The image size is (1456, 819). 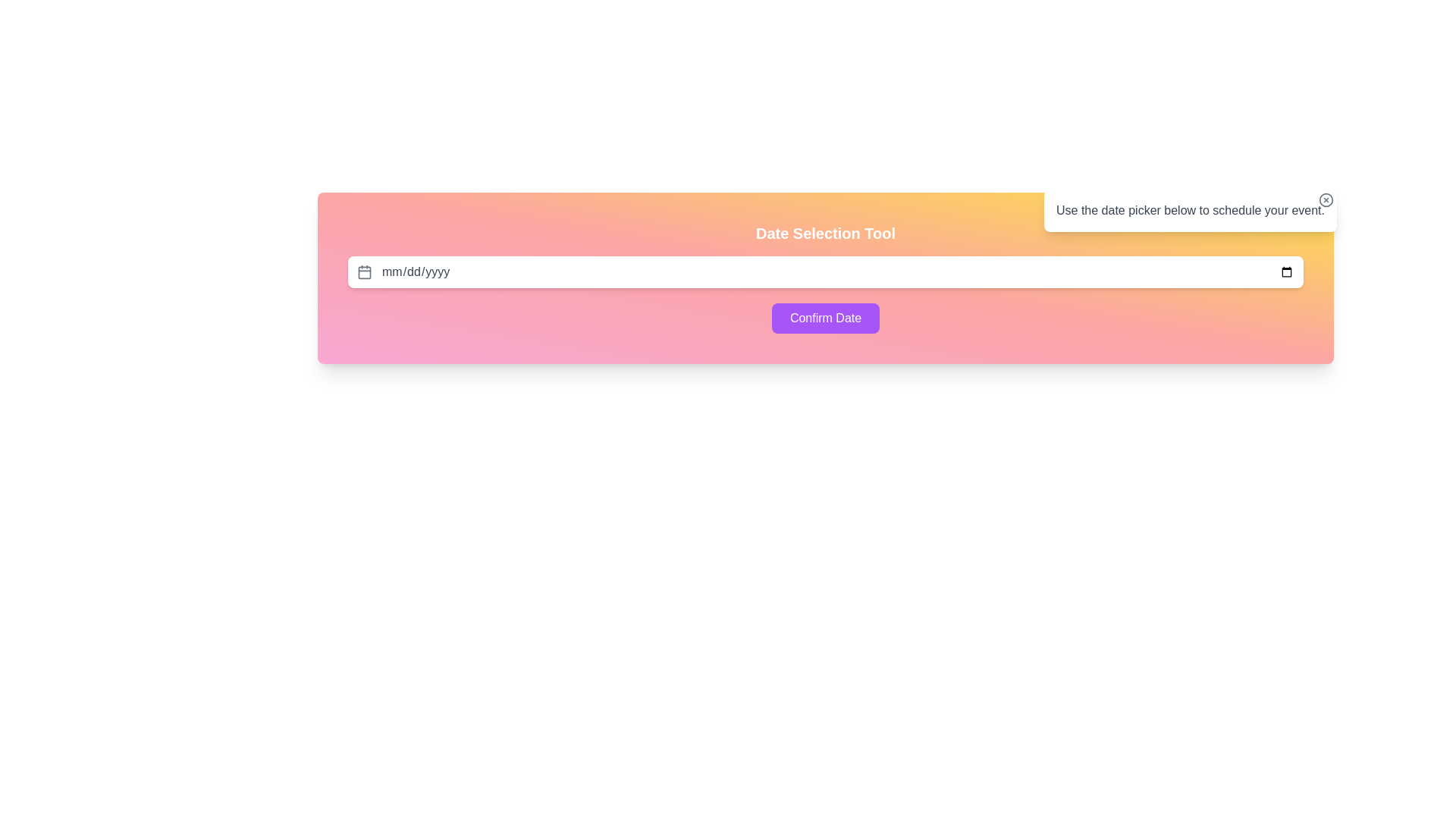 I want to click on the calendar icon element that contains the square with rounded corners by clicking on its center, so click(x=364, y=271).